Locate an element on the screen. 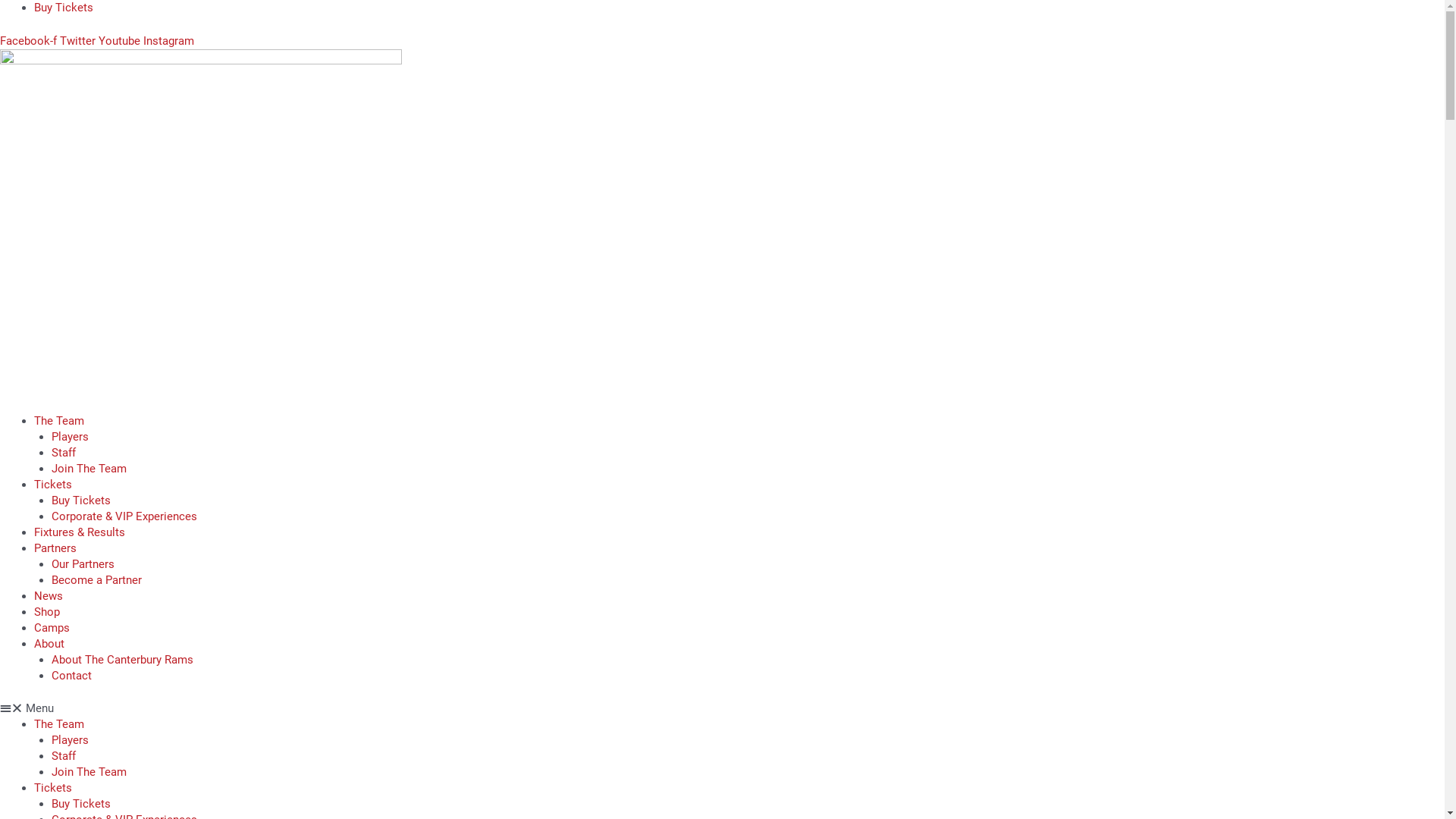 The width and height of the screenshot is (1456, 819). 'Become a Partner' is located at coordinates (96, 579).